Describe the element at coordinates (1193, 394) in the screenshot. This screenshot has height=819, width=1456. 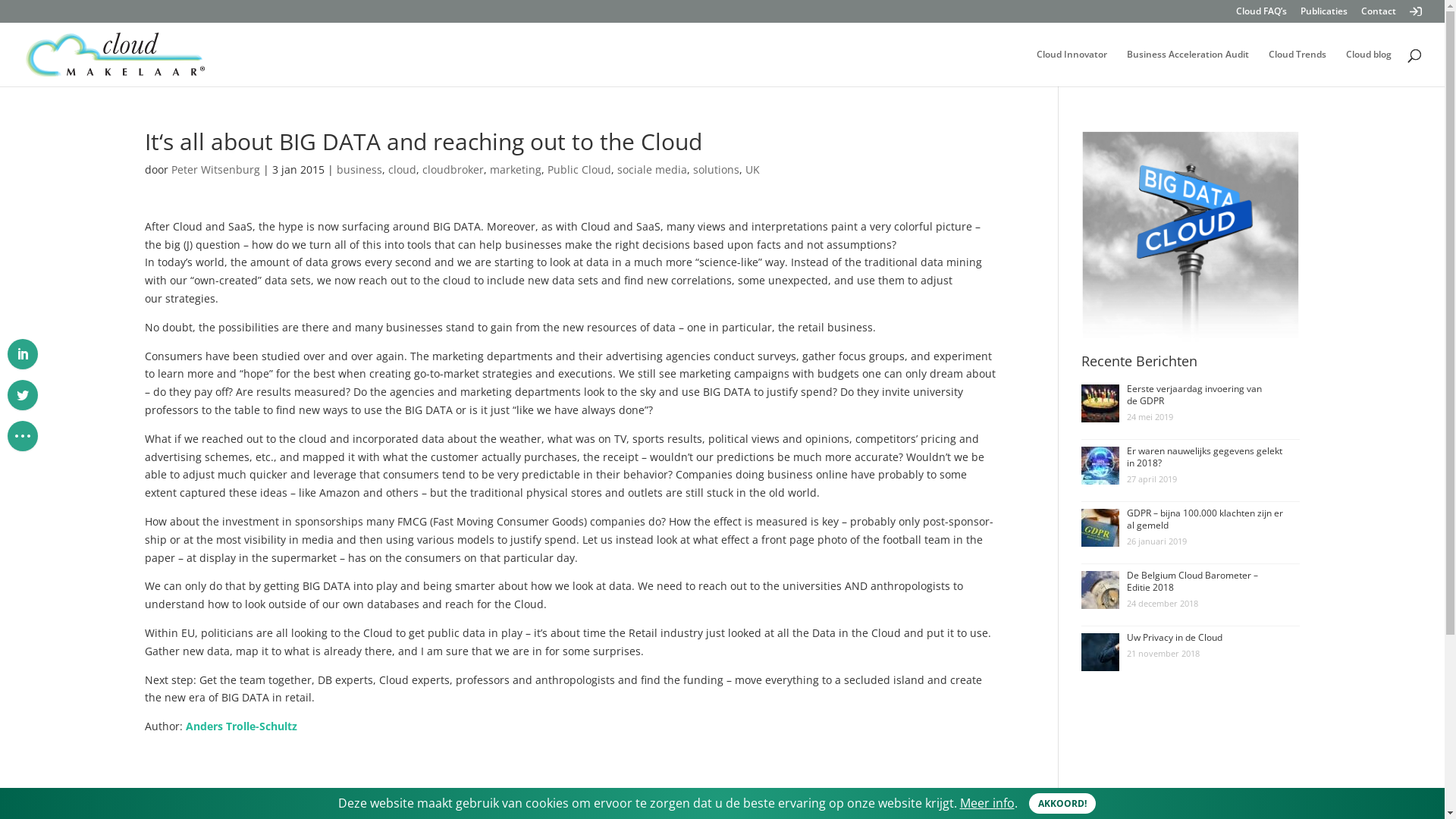
I see `'Eerste verjaardag invoering van de GDPR'` at that location.